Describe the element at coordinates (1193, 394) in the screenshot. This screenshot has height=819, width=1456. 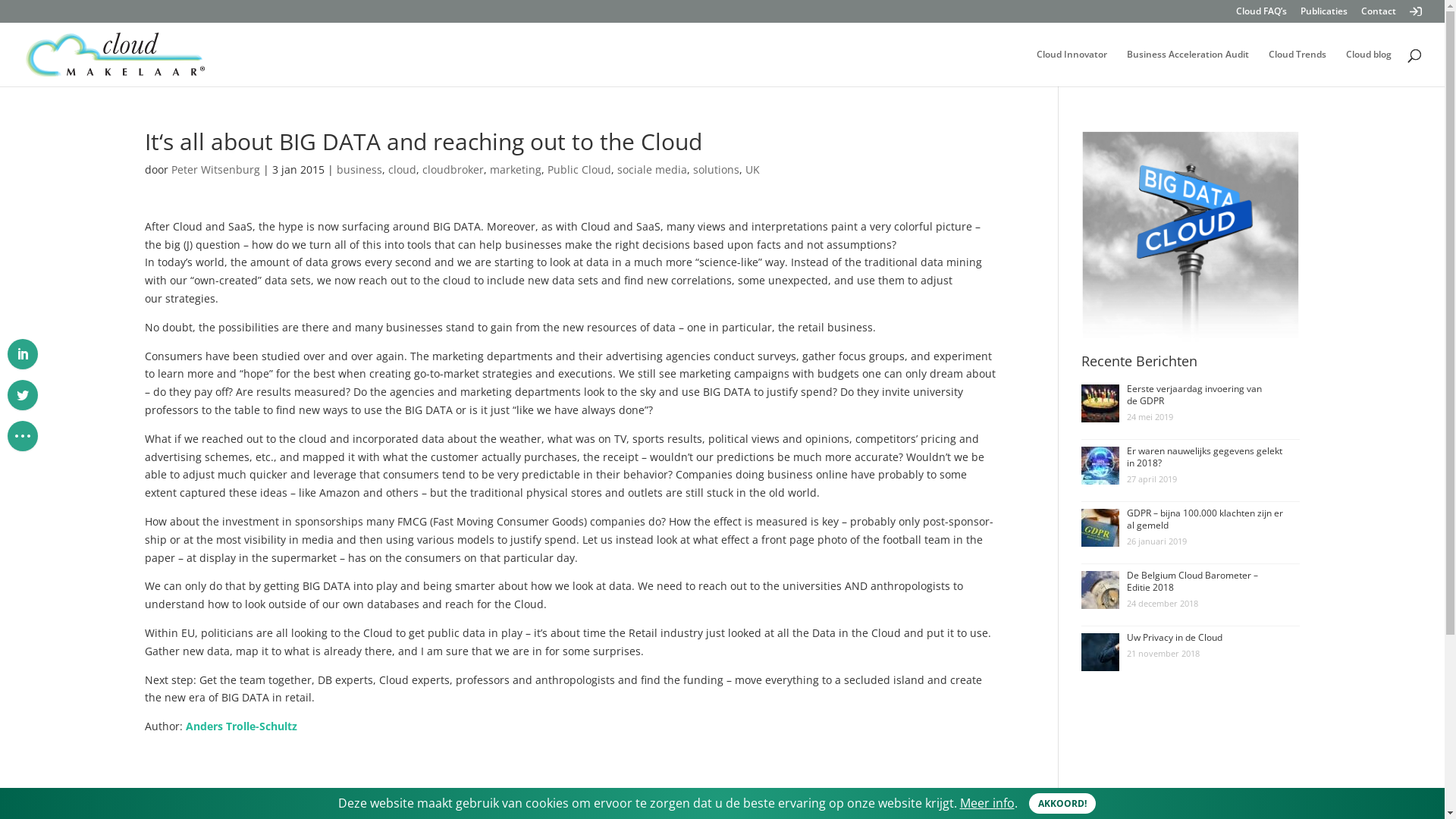
I see `'Eerste verjaardag invoering van de GDPR'` at that location.